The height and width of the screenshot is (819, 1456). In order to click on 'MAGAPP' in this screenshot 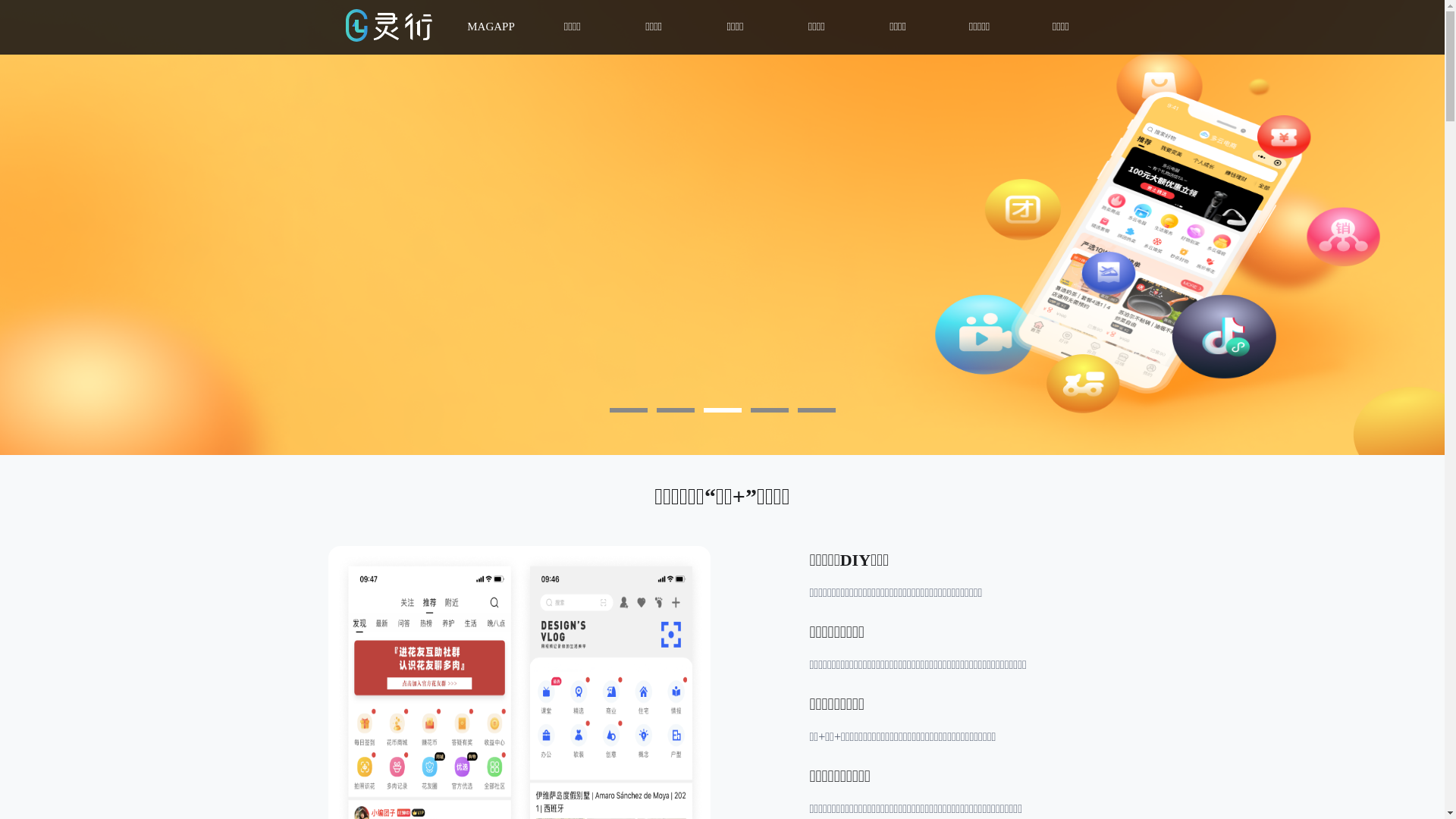, I will do `click(491, 27)`.